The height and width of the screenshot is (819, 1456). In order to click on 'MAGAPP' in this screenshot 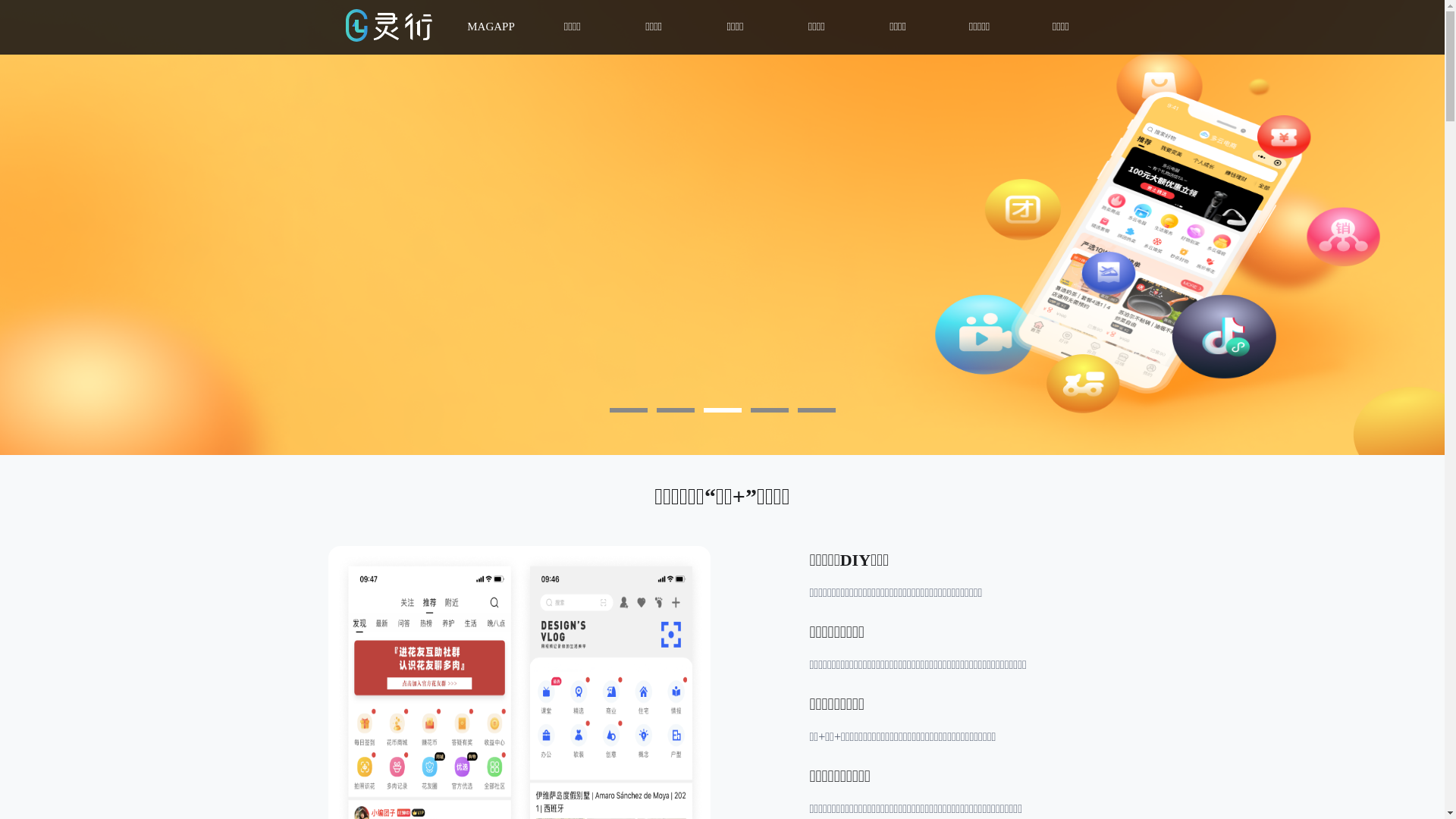, I will do `click(491, 27)`.